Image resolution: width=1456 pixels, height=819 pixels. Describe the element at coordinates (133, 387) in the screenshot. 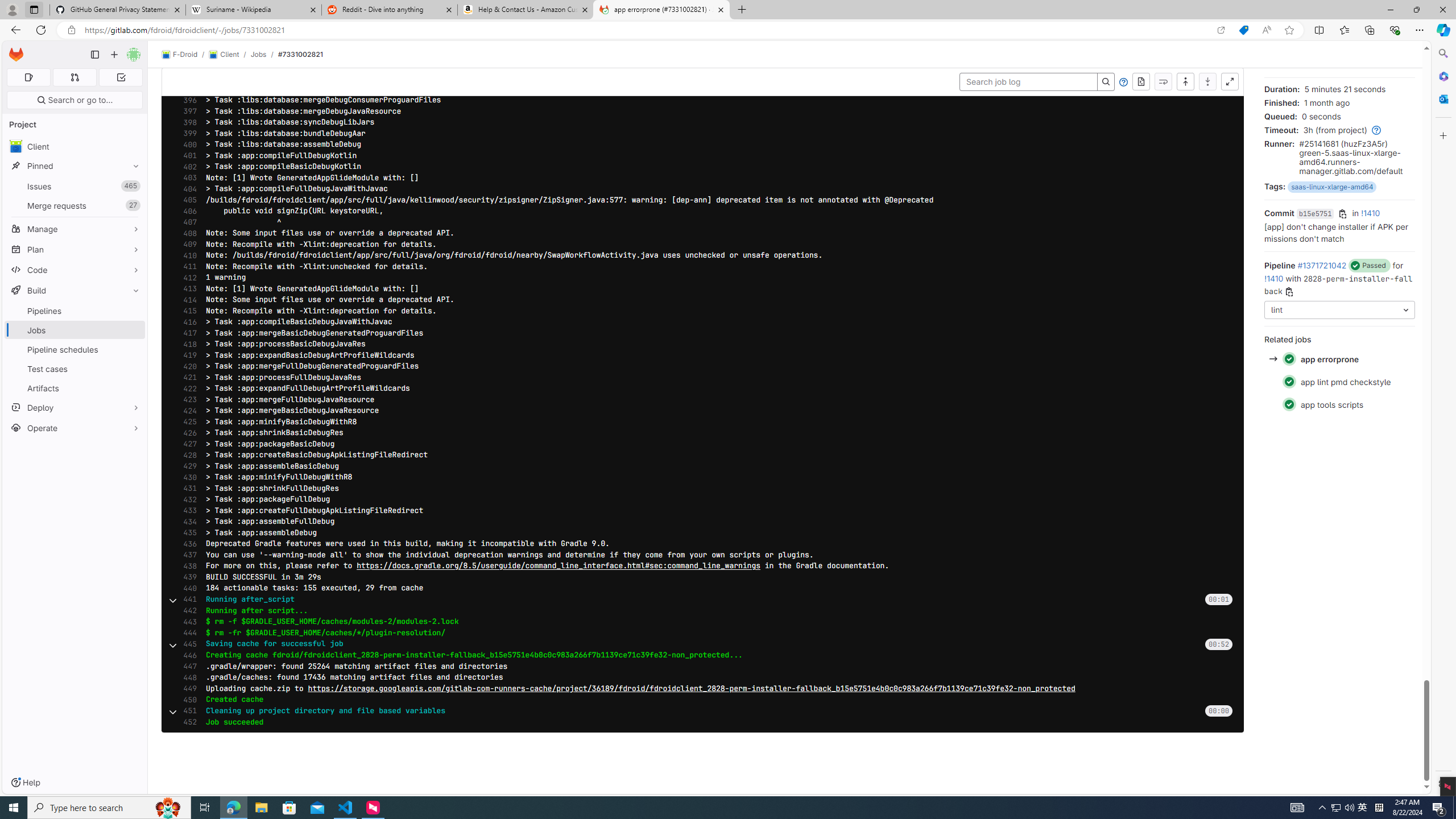

I see `'Pin Artifacts'` at that location.